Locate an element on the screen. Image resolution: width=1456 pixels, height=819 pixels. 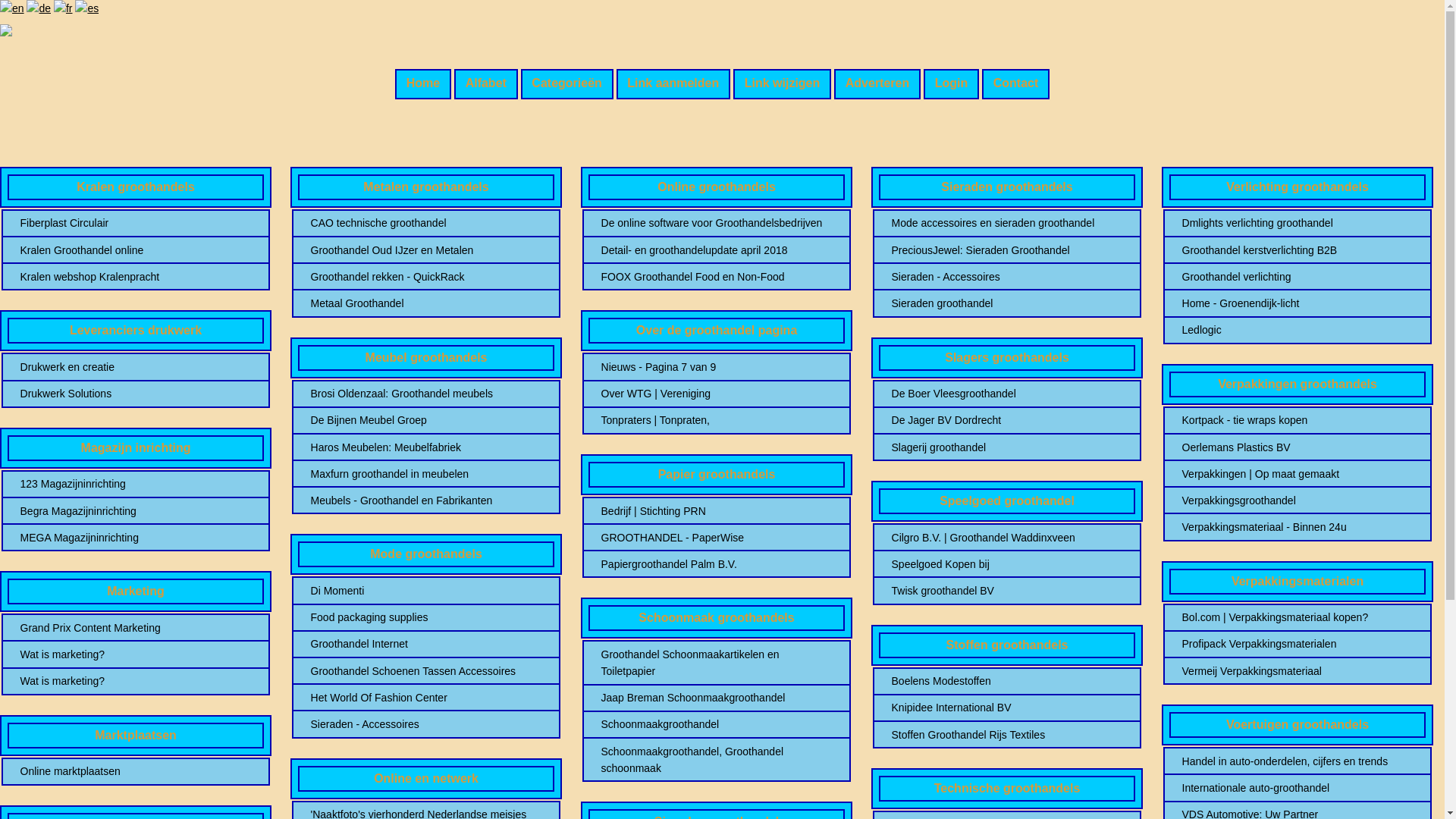
'Grand Prix Content Marketing' is located at coordinates (20, 628).